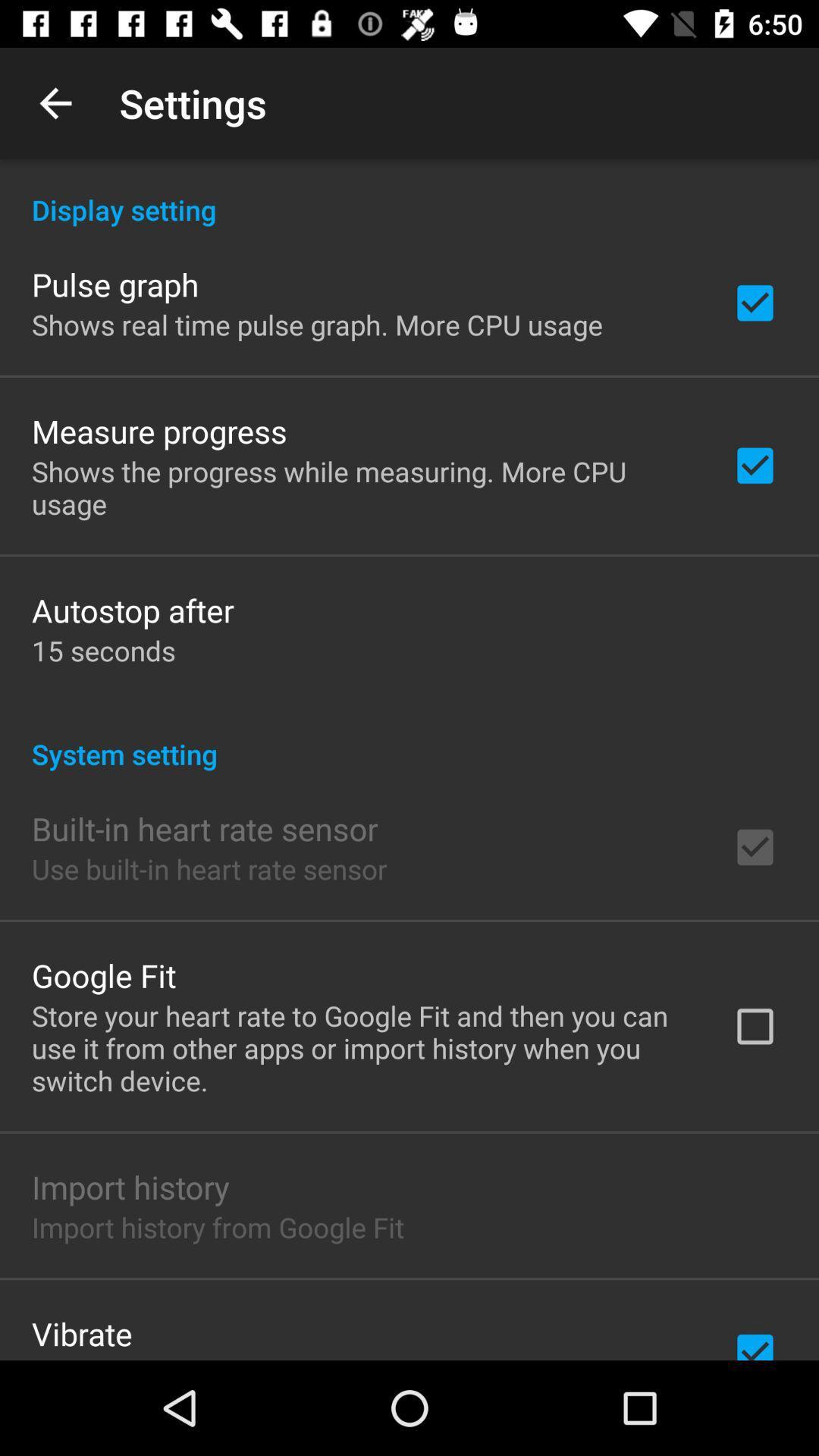  I want to click on app next to the settings app, so click(55, 102).